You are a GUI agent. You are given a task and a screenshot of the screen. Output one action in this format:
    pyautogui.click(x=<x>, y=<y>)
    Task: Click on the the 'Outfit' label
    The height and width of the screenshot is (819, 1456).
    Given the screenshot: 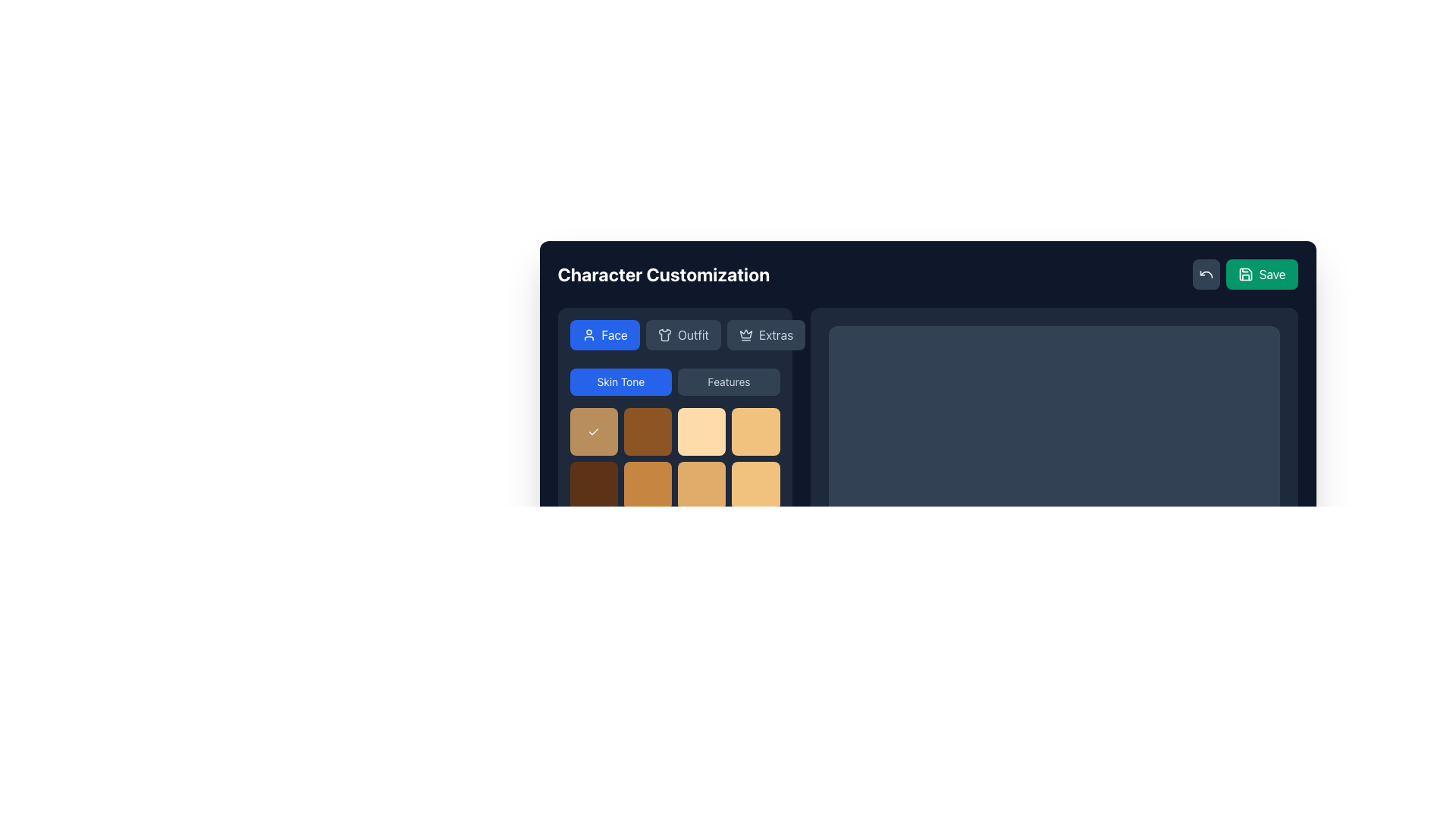 What is the action you would take?
    pyautogui.click(x=692, y=334)
    